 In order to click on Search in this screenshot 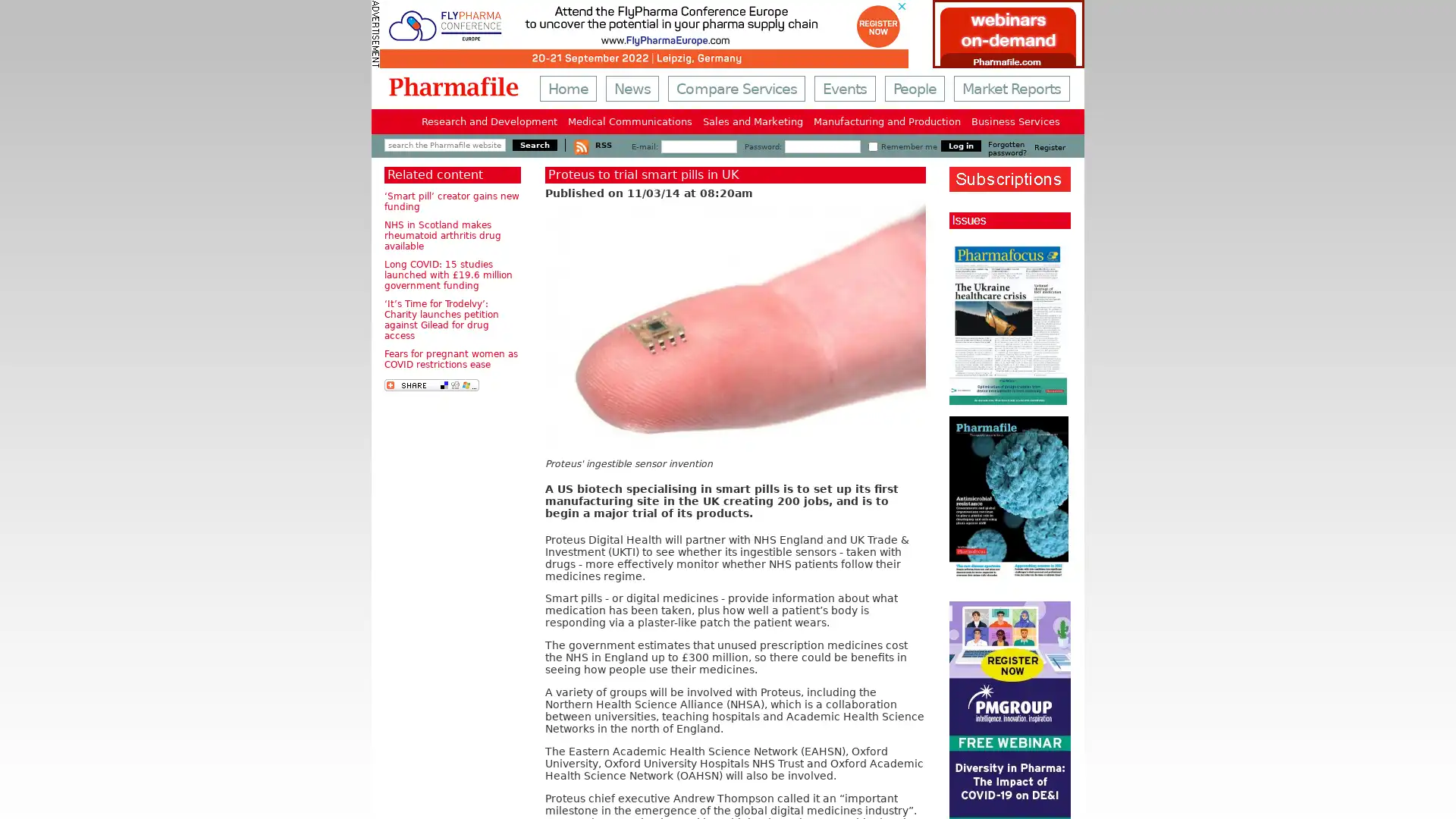, I will do `click(535, 145)`.